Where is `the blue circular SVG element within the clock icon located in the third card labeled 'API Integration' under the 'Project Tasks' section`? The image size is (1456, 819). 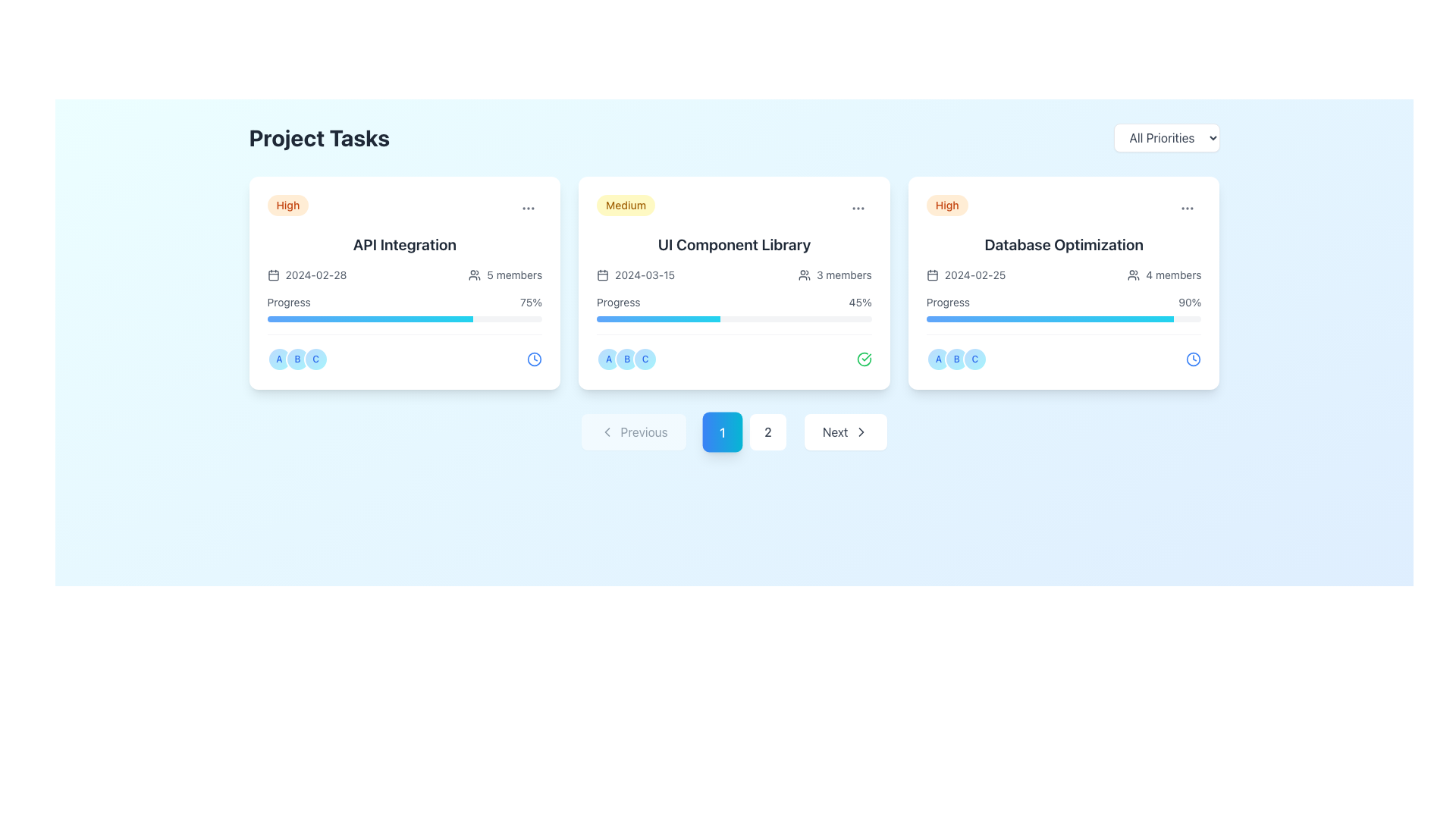
the blue circular SVG element within the clock icon located in the third card labeled 'API Integration' under the 'Project Tasks' section is located at coordinates (535, 359).